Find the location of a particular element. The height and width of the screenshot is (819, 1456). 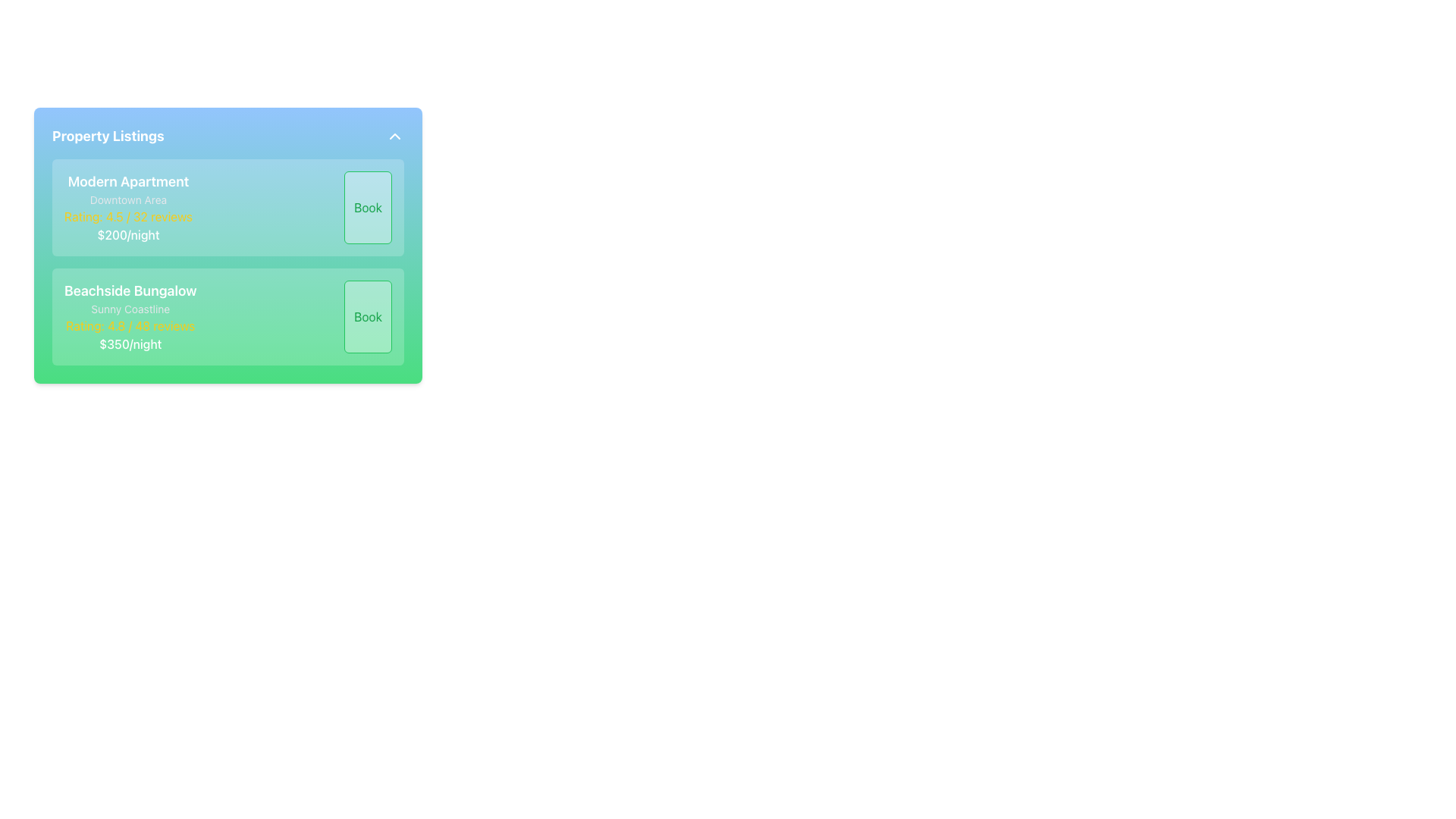

the 'Book' button located at the bottom right corner of the 'Beachside Bungalow' section is located at coordinates (368, 315).